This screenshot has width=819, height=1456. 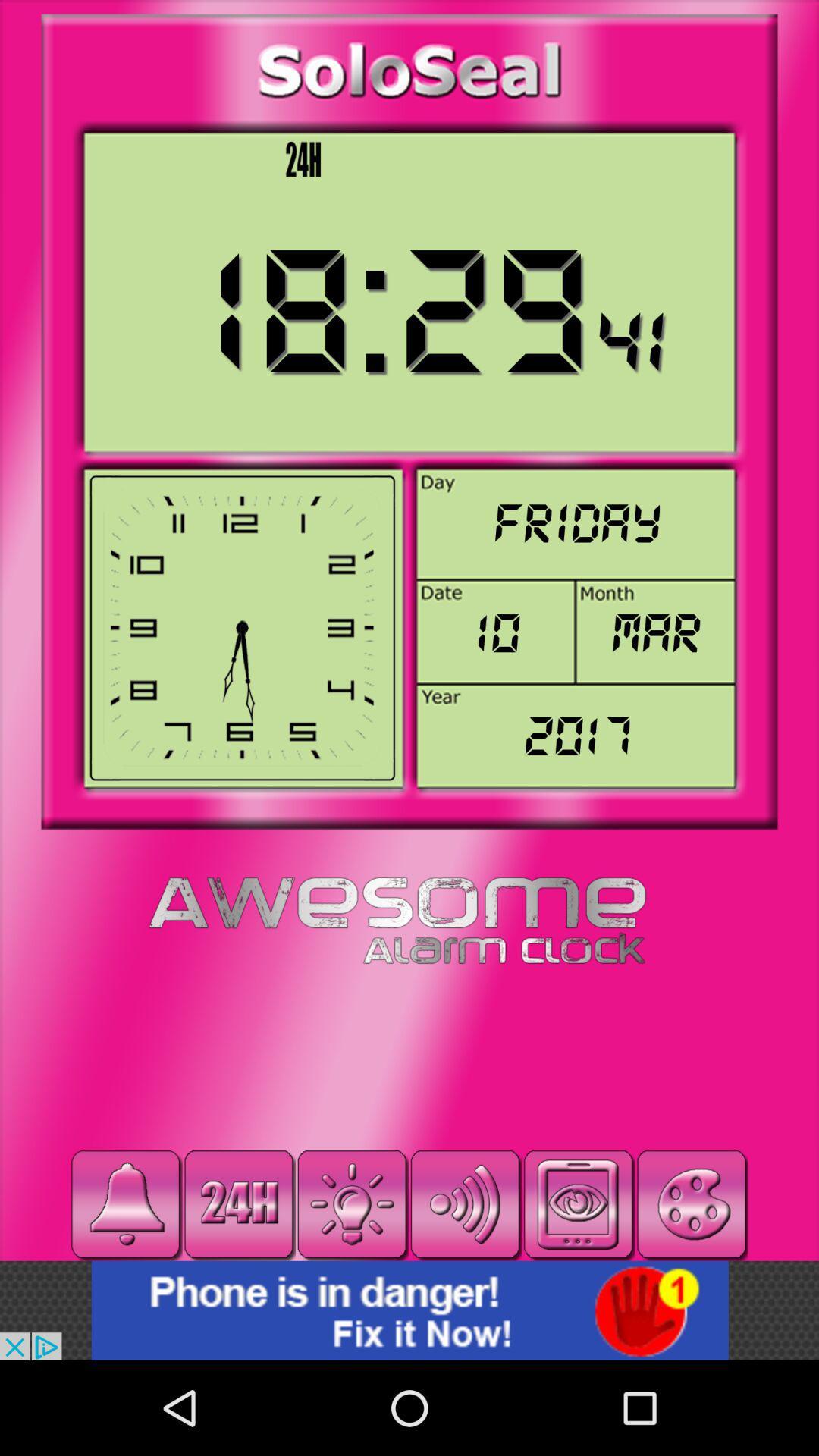 I want to click on set alarm, so click(x=125, y=1203).